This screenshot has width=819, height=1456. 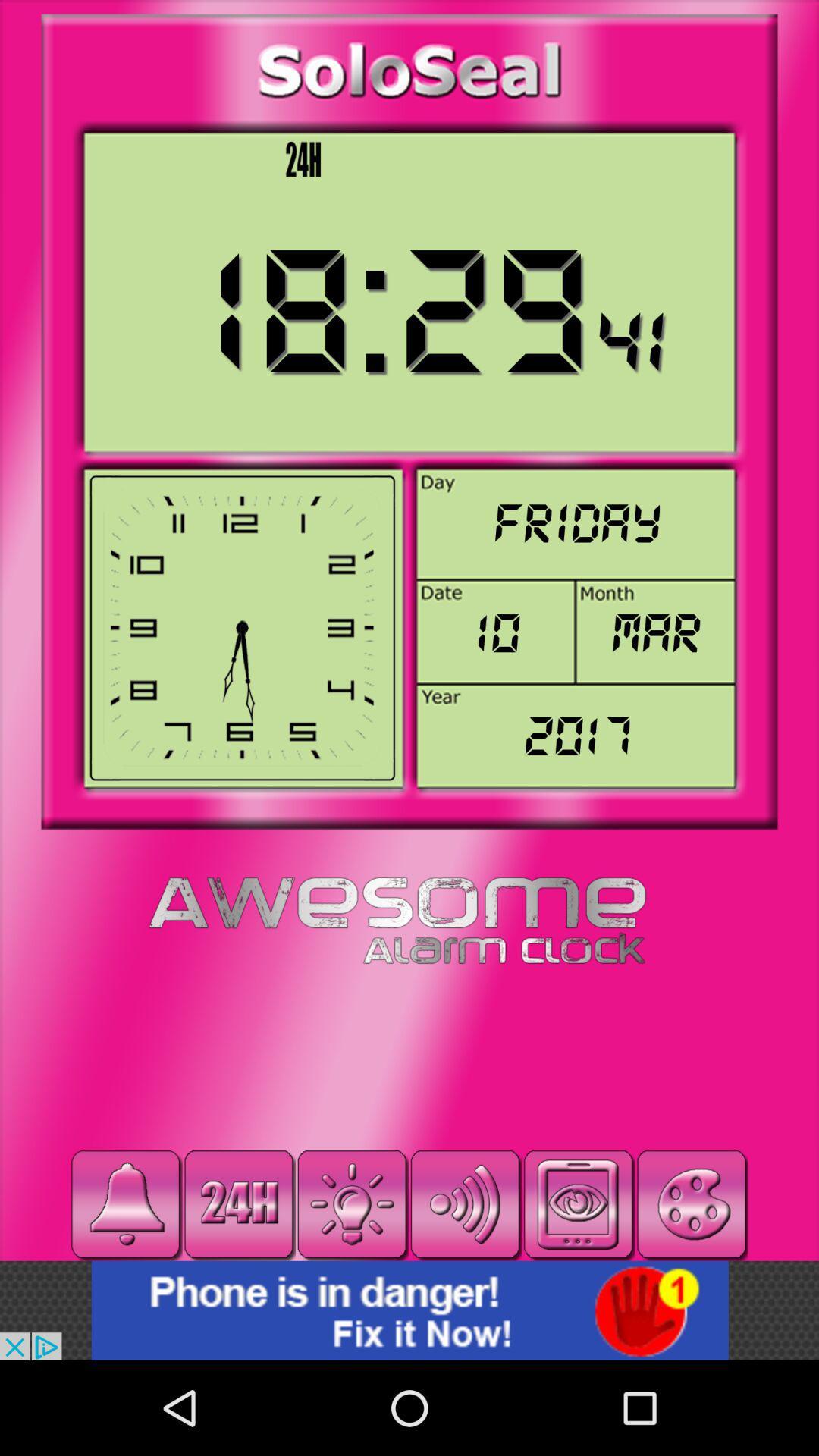 I want to click on set alarm, so click(x=125, y=1203).